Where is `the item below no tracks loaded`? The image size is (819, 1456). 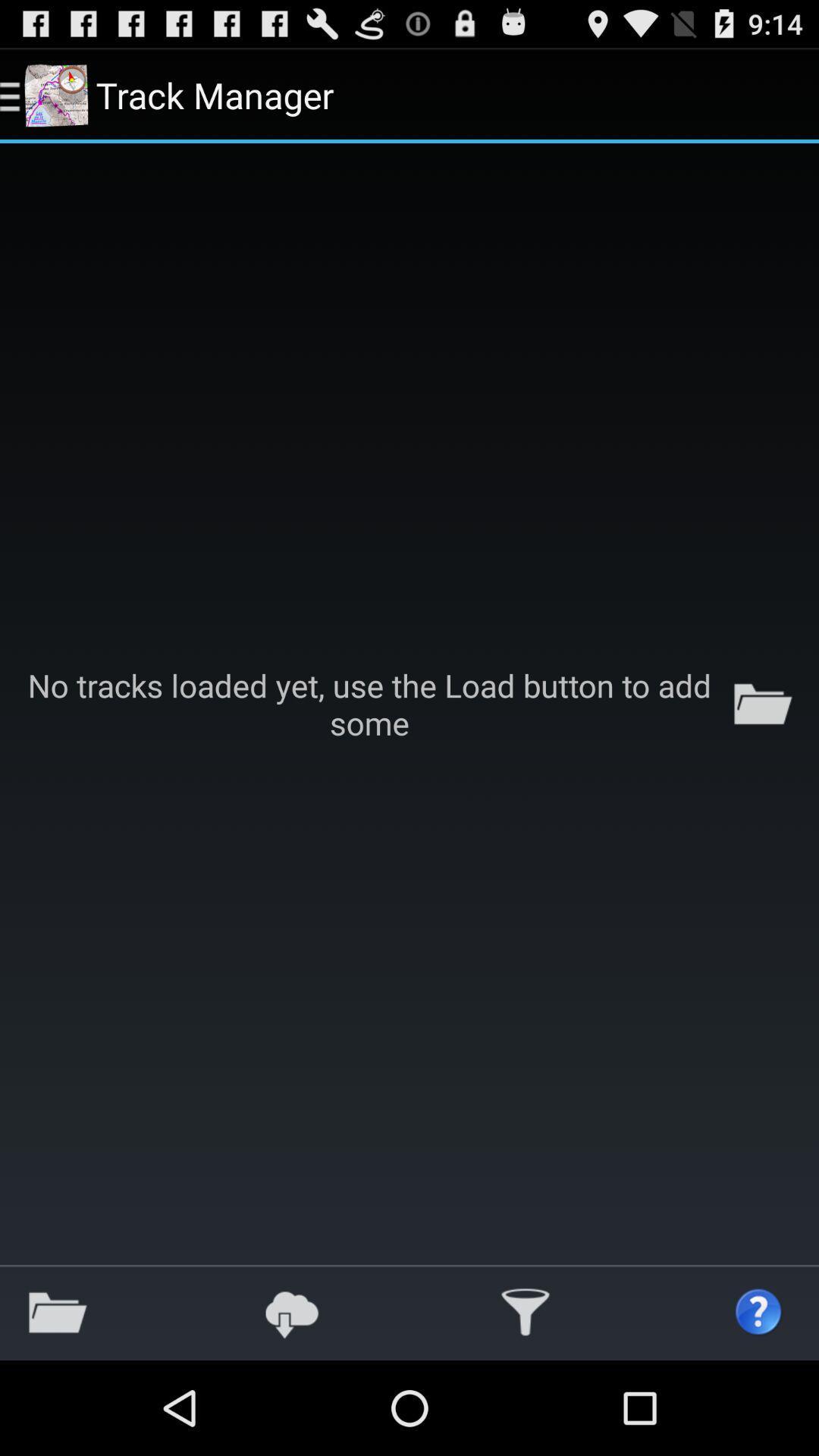 the item below no tracks loaded is located at coordinates (759, 1312).